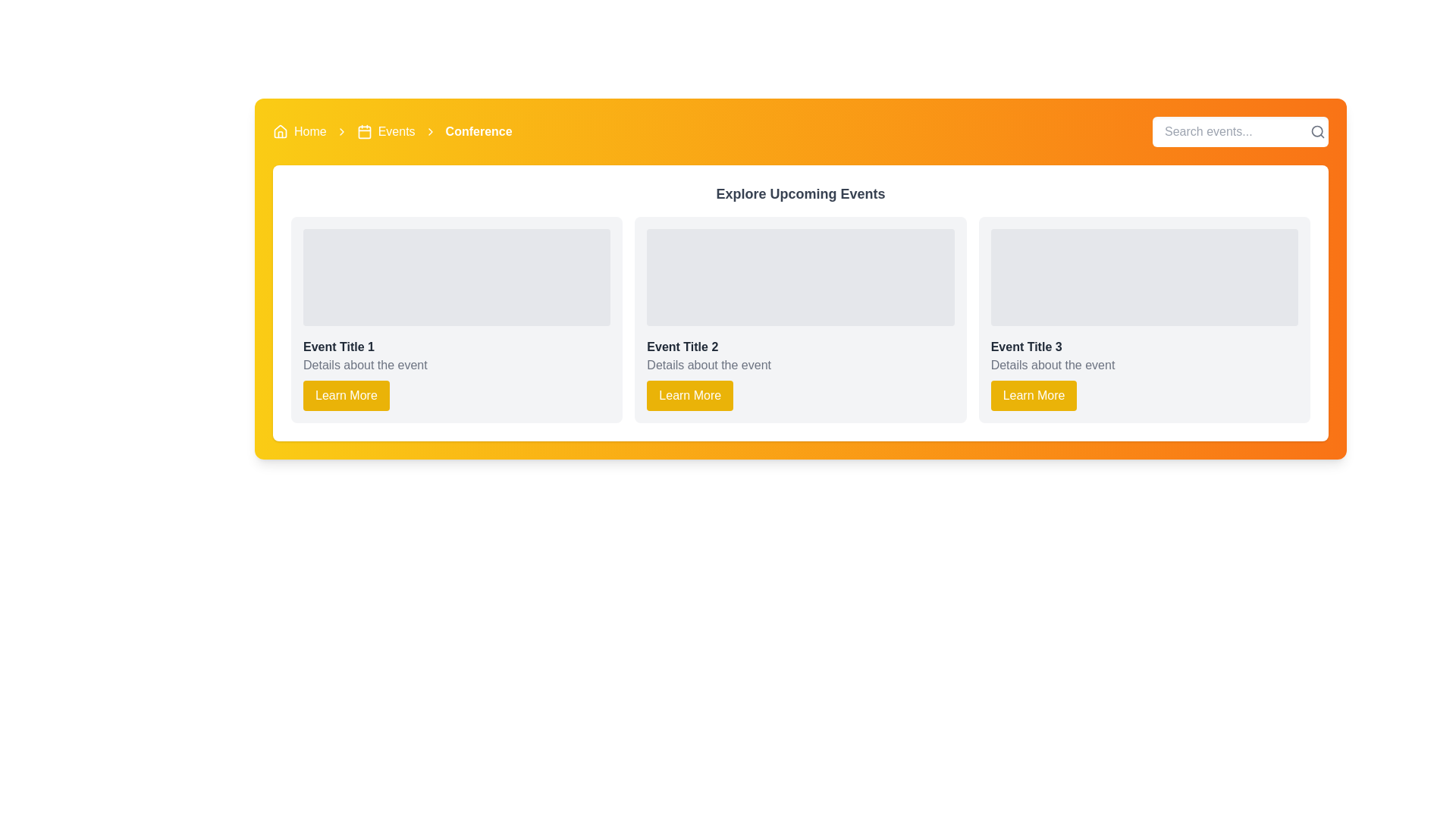 The image size is (1456, 819). Describe the element at coordinates (1316, 130) in the screenshot. I see `the interactive button with a search icon located in the top-right corner of the layout to initiate a search` at that location.